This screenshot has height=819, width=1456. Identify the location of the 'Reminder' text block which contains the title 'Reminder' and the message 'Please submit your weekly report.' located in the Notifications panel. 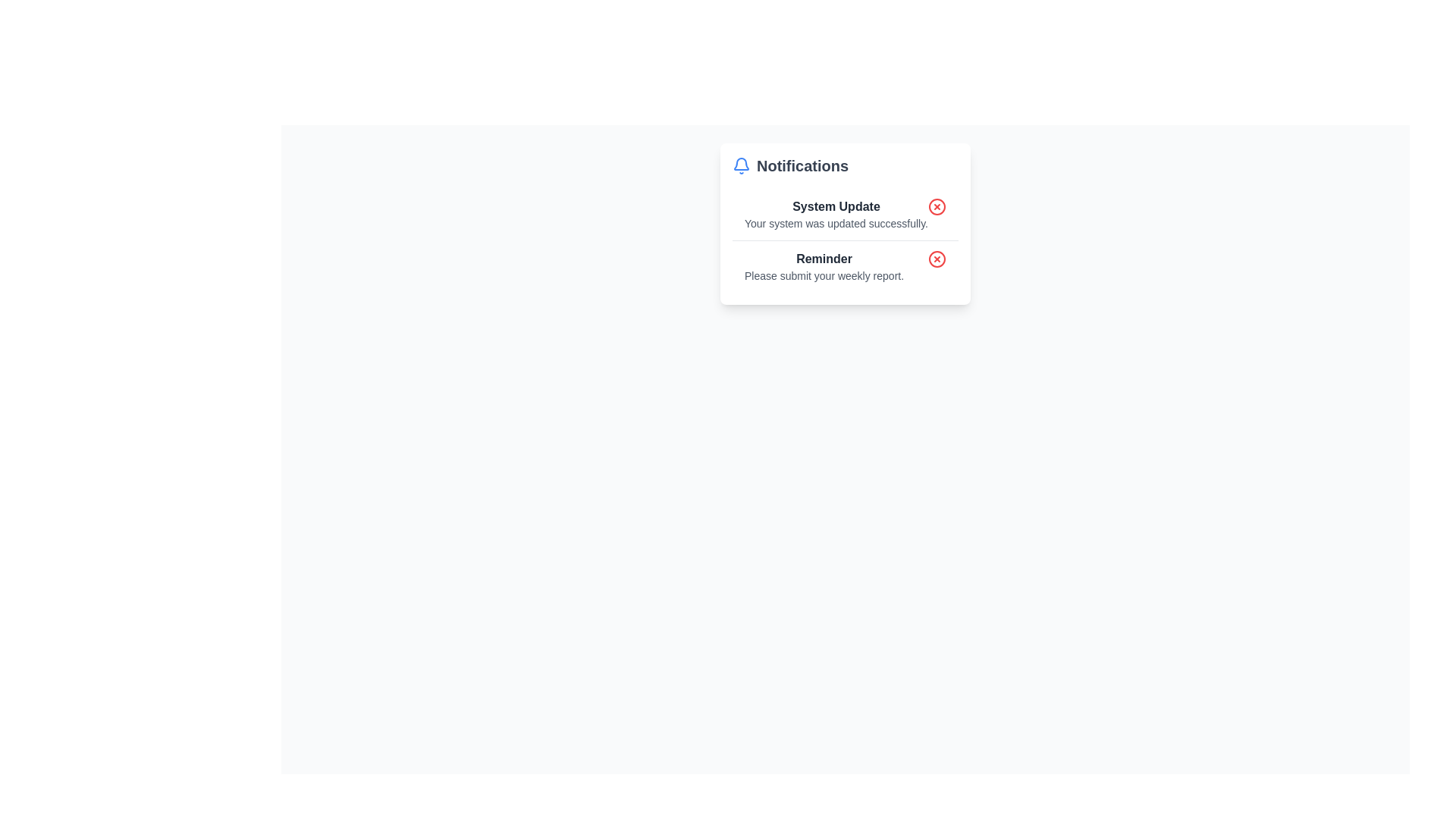
(824, 265).